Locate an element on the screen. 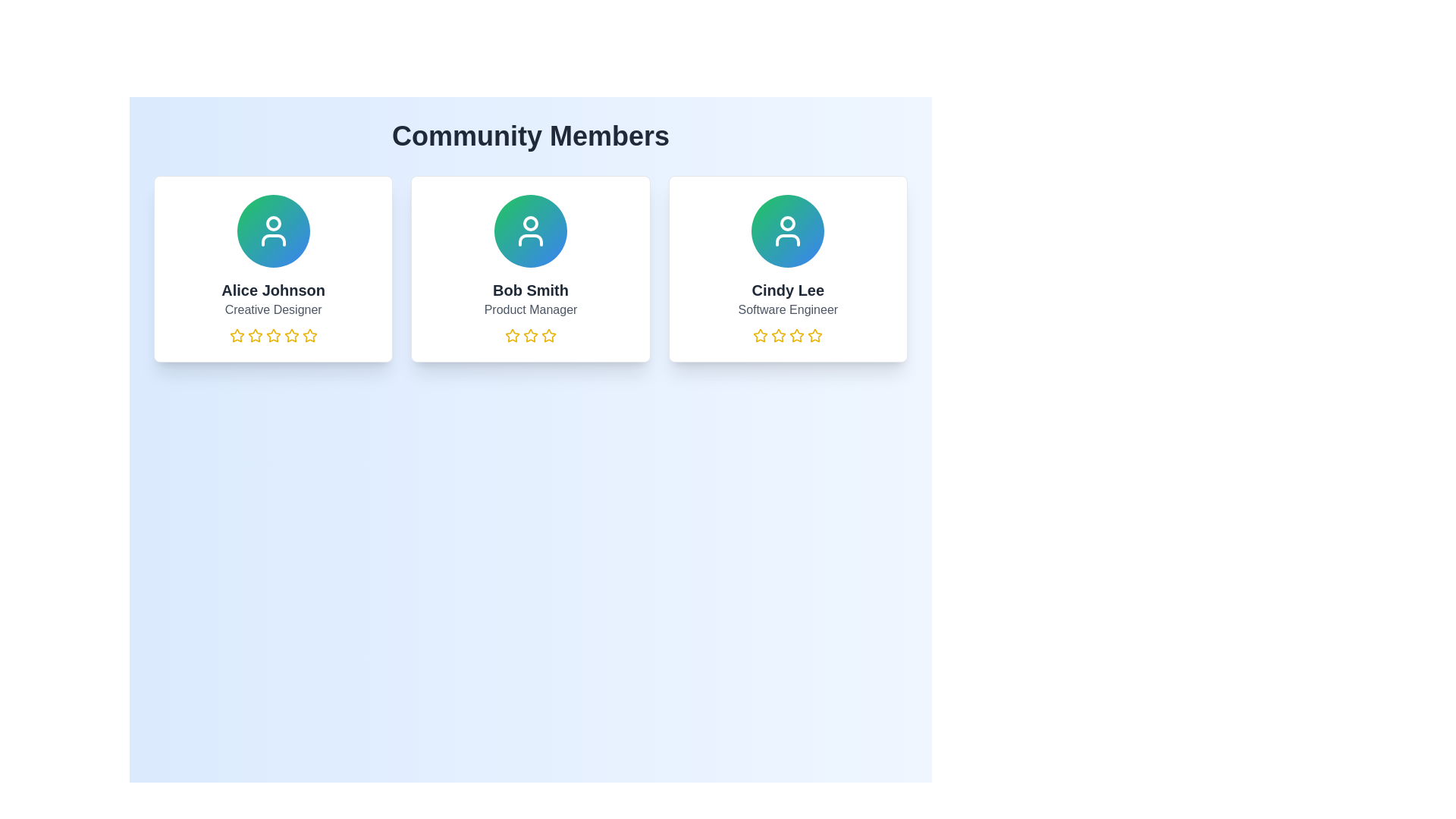 Image resolution: width=1456 pixels, height=819 pixels. the fourth star icon with a yellow outline located under the 'Cindy Lee, Software Engineer' card in the 'Community Members' section is located at coordinates (796, 335).